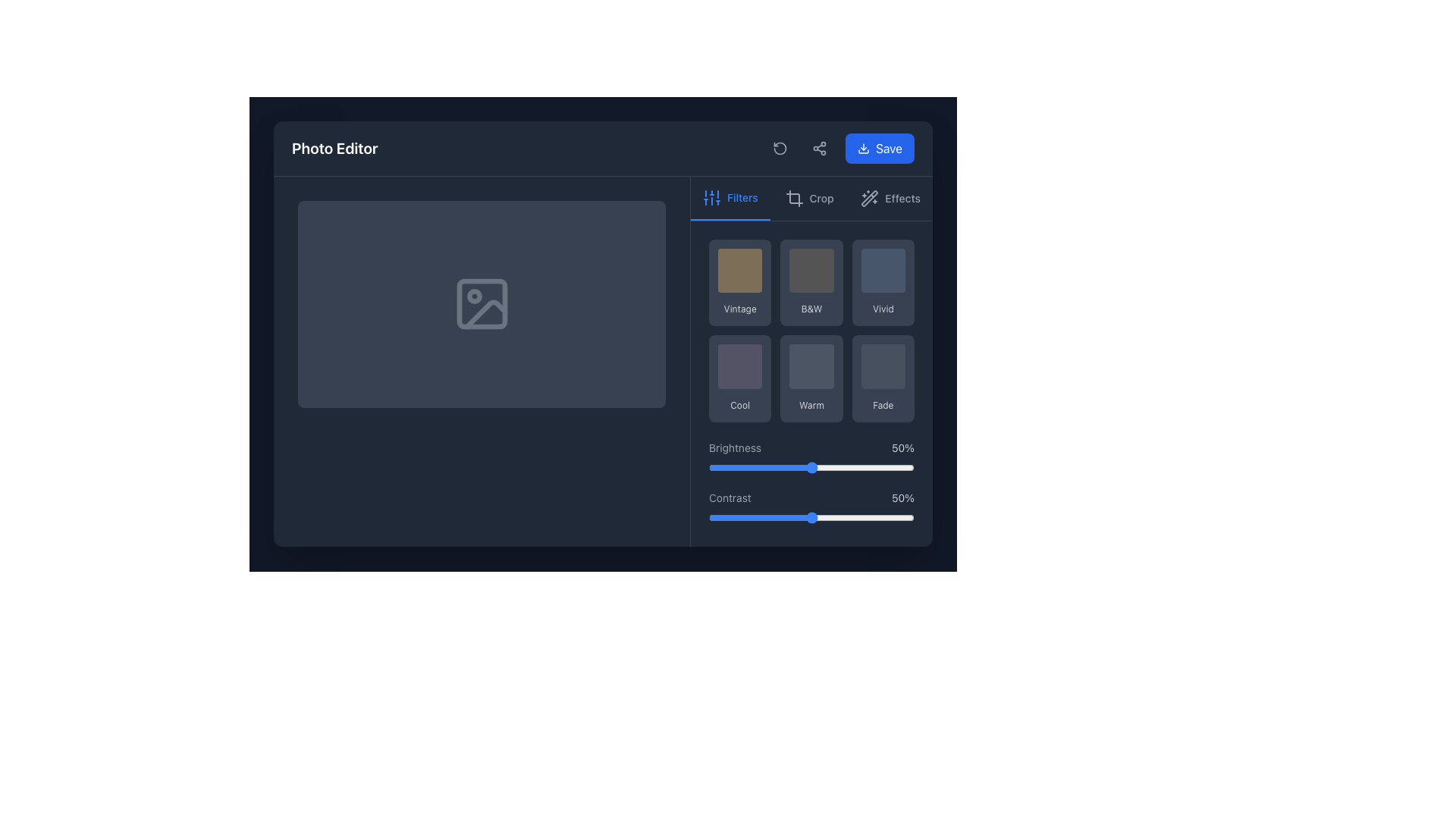 The width and height of the screenshot is (1456, 819). Describe the element at coordinates (740, 378) in the screenshot. I see `the 'Cool' button located in the Filters section to apply the visual filter to the image being edited` at that location.